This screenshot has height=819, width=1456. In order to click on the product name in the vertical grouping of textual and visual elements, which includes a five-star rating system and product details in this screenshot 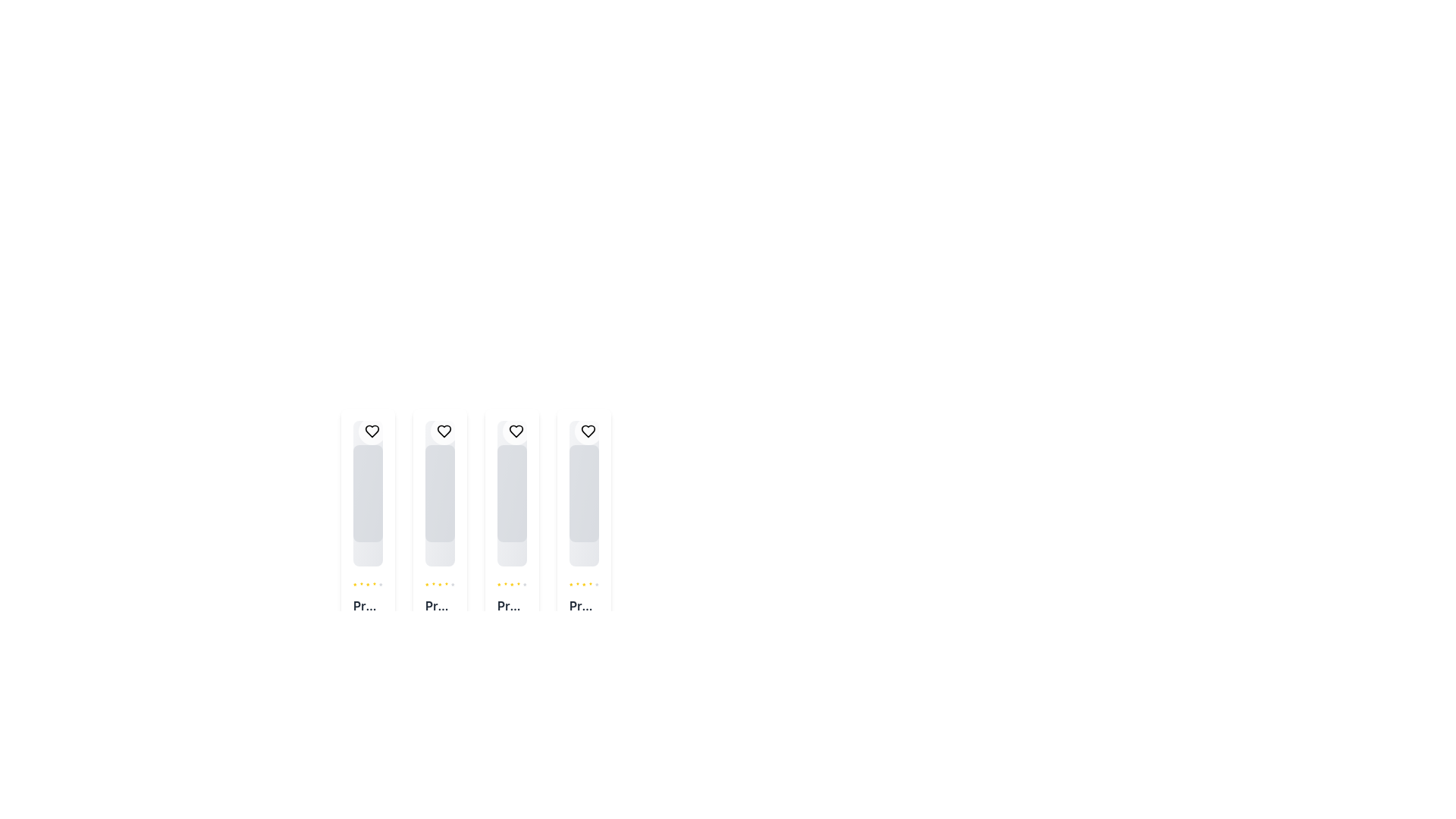, I will do `click(512, 623)`.